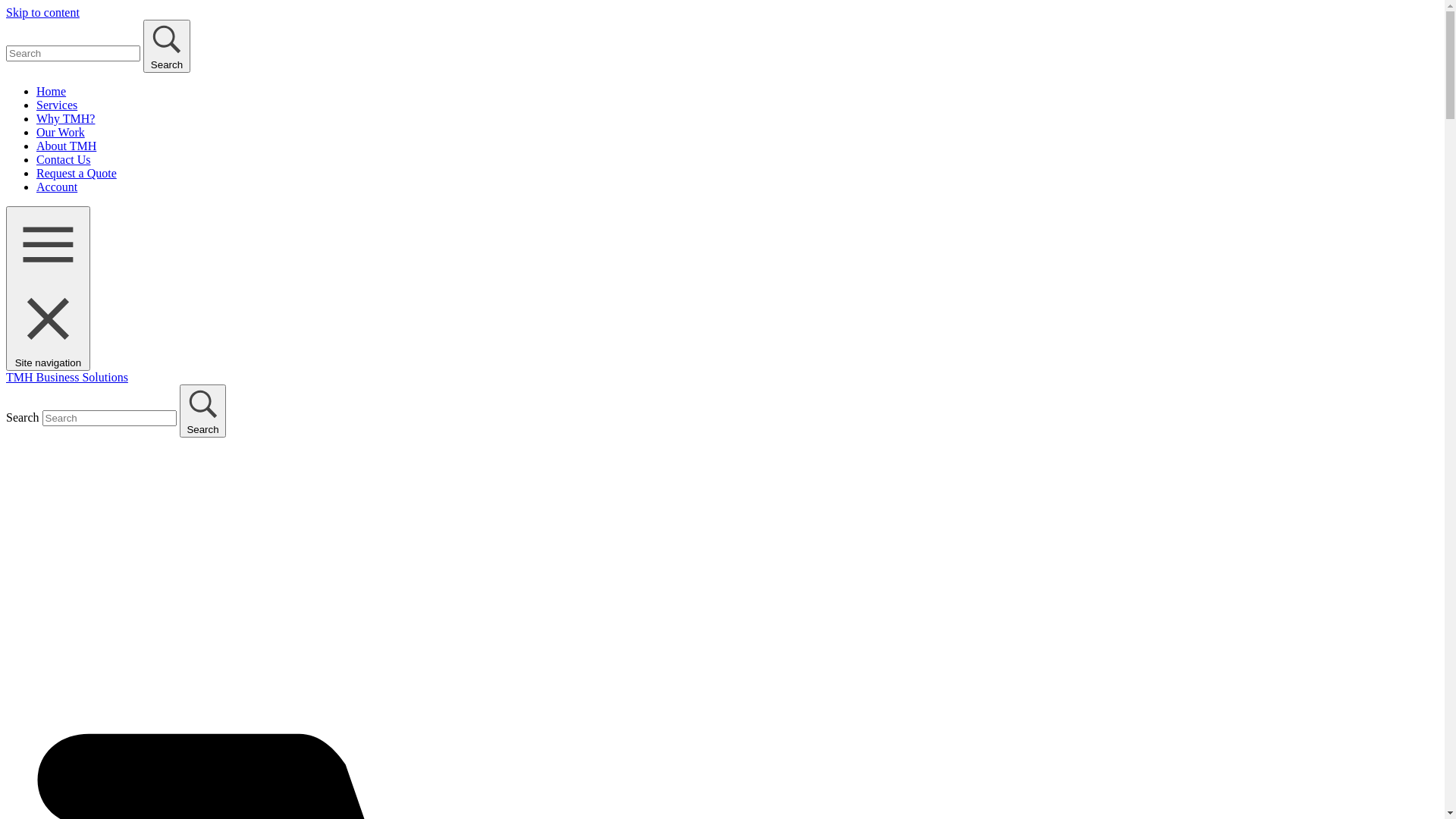 The height and width of the screenshot is (819, 1456). I want to click on 'Request a Quote', so click(36, 172).